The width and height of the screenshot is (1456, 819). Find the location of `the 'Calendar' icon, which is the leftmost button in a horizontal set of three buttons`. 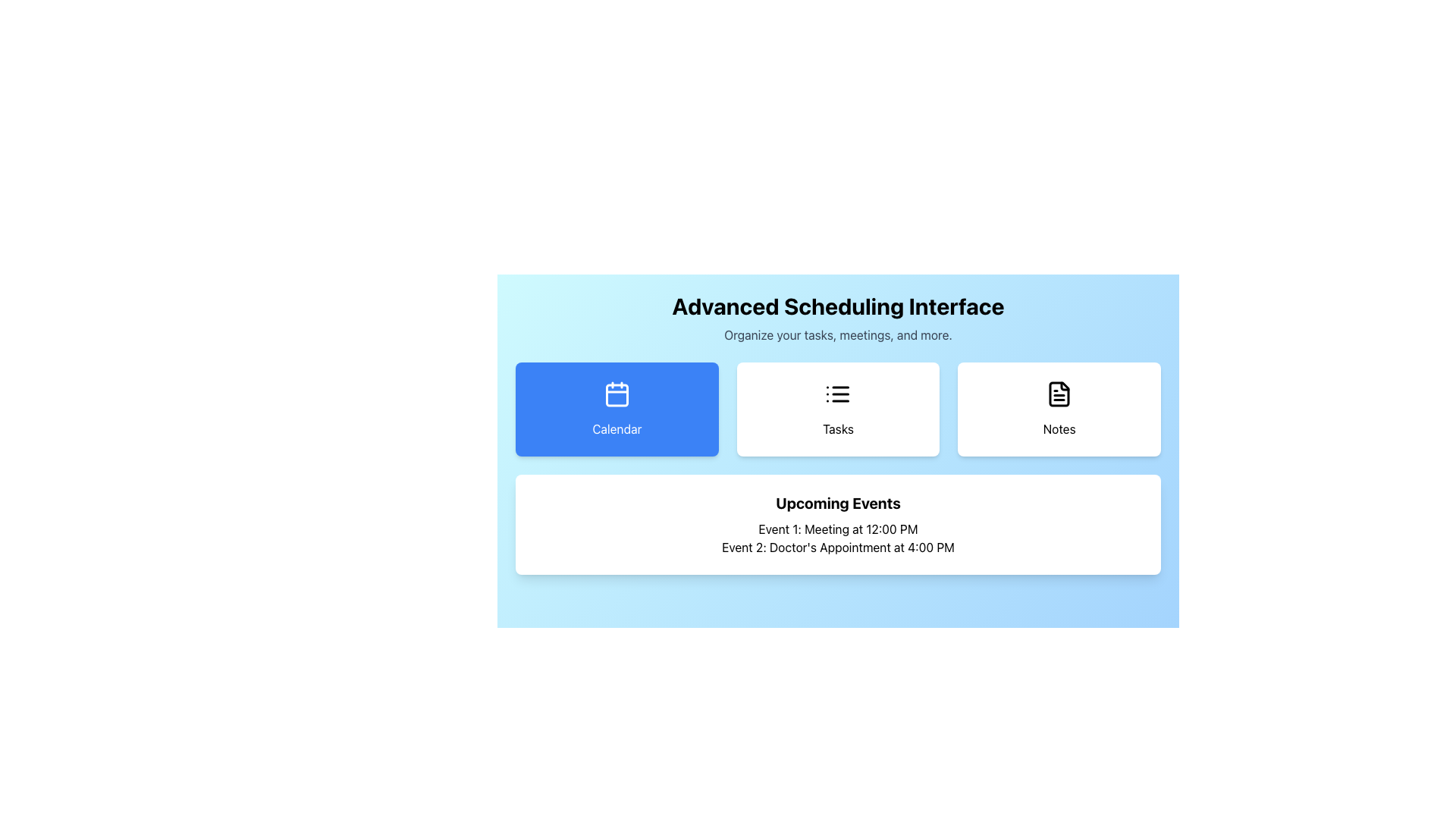

the 'Calendar' icon, which is the leftmost button in a horizontal set of three buttons is located at coordinates (617, 394).